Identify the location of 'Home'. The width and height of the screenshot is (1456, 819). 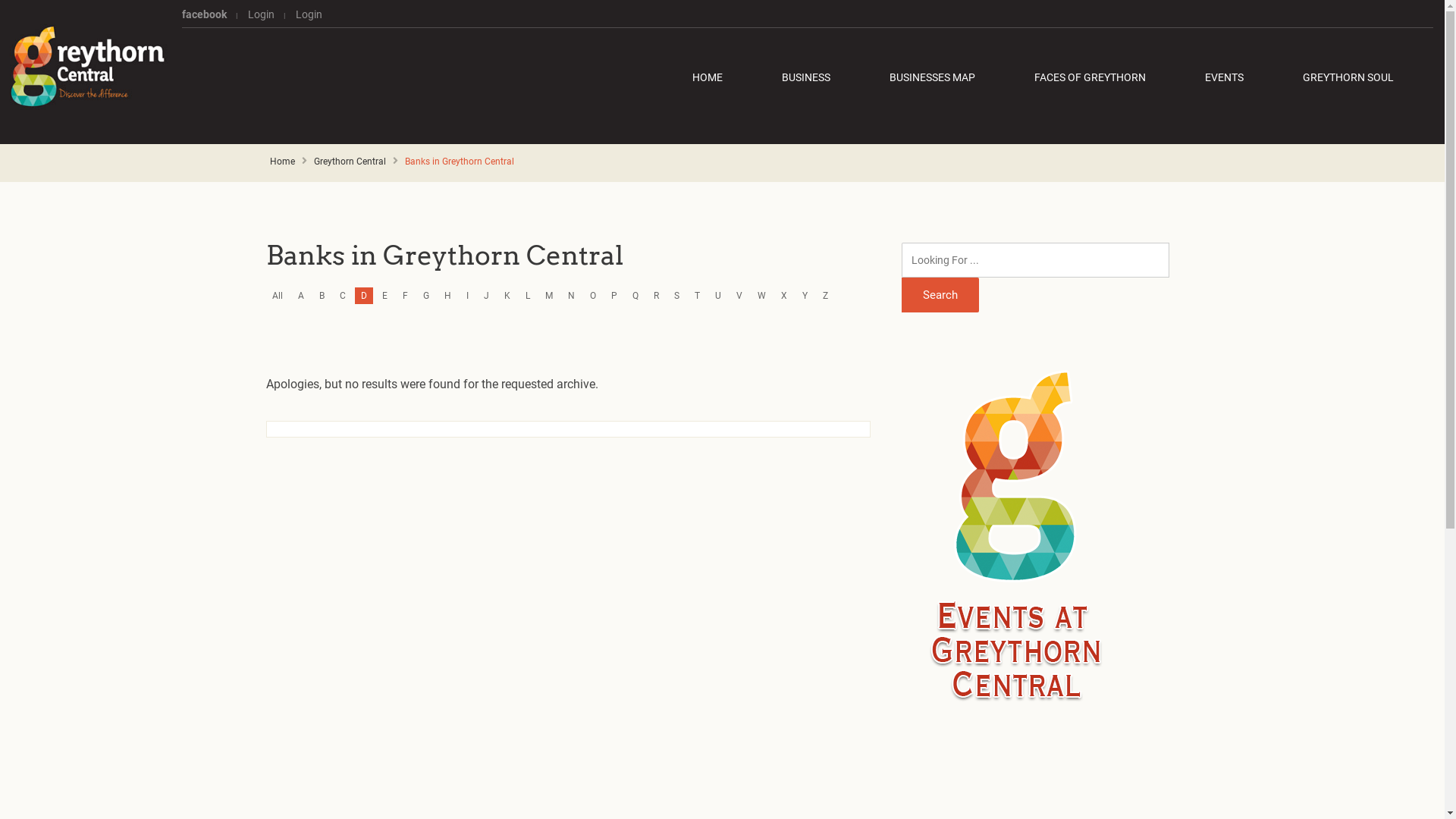
(282, 161).